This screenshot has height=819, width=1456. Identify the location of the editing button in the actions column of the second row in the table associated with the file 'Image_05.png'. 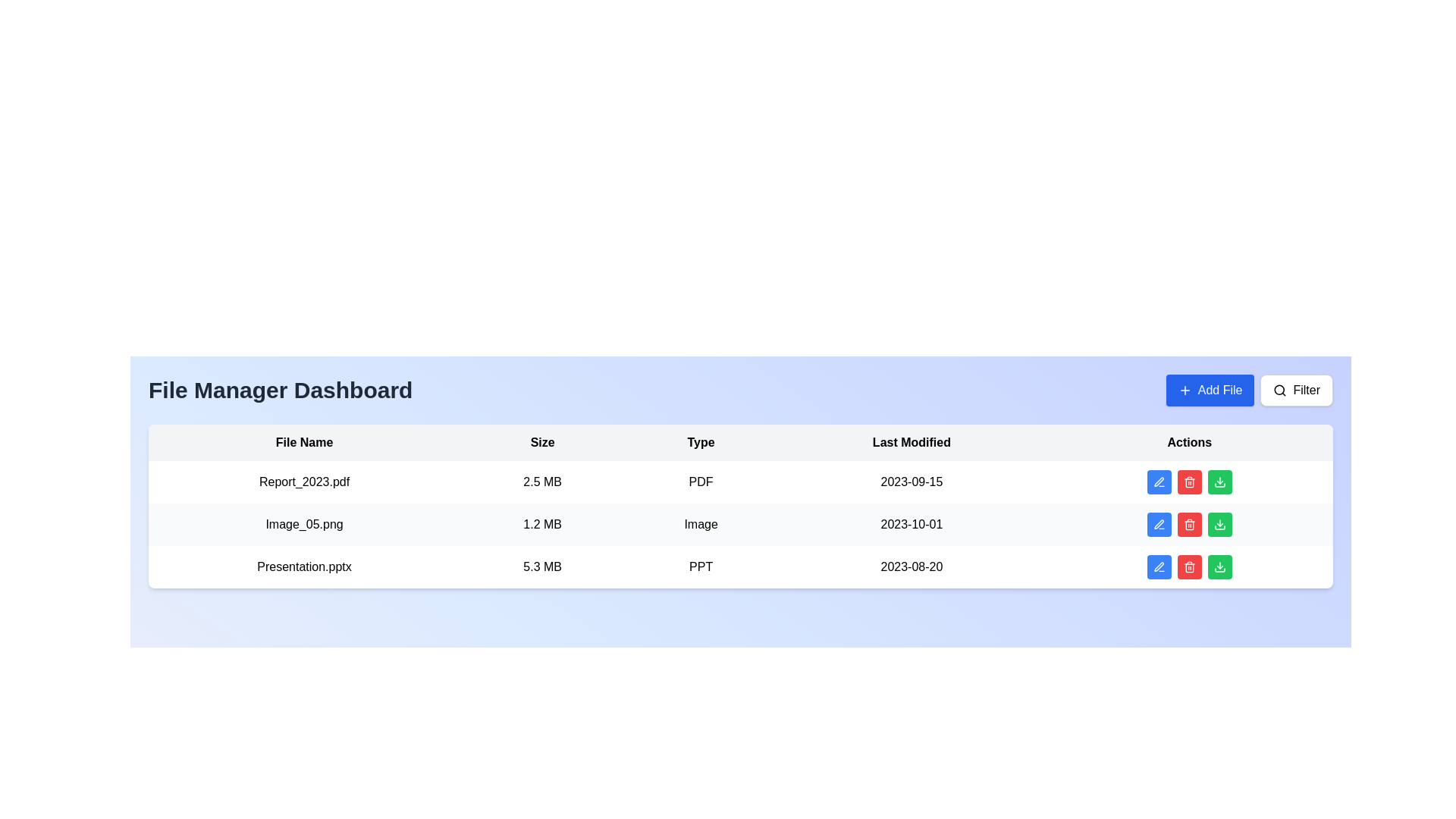
(1158, 523).